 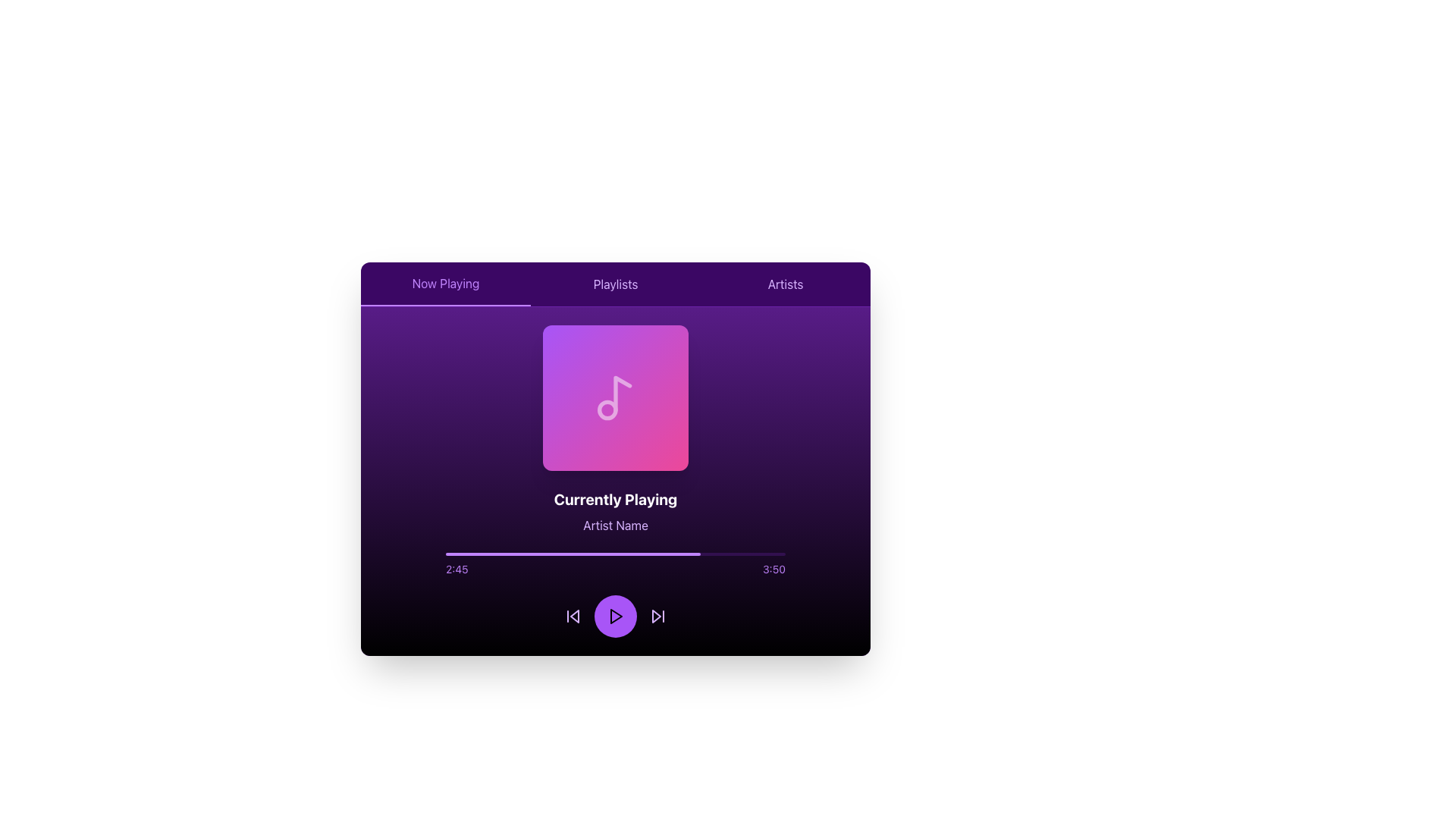 What do you see at coordinates (456, 570) in the screenshot?
I see `the Text Label displaying the current playback time '2:45' in light purple on a dark background, located in the bottom-left section of the media player interface` at bounding box center [456, 570].